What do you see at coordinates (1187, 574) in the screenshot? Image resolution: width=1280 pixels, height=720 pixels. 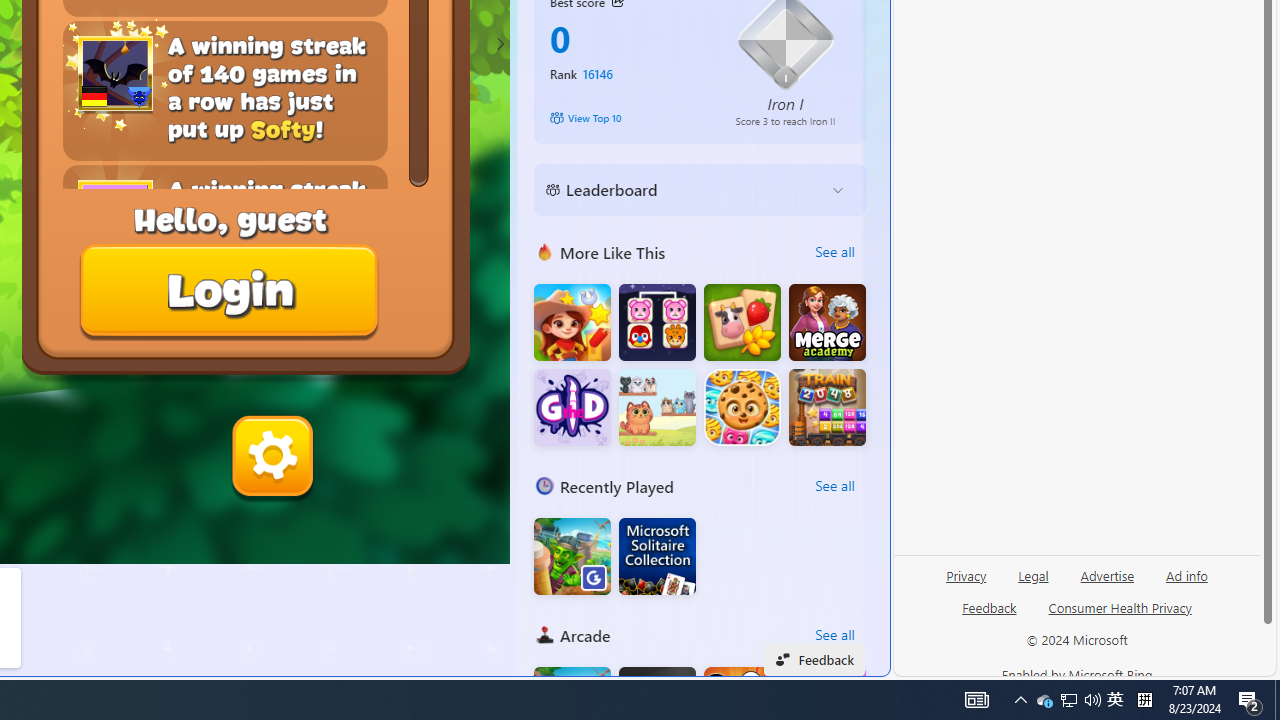 I see `'Ad info'` at bounding box center [1187, 574].